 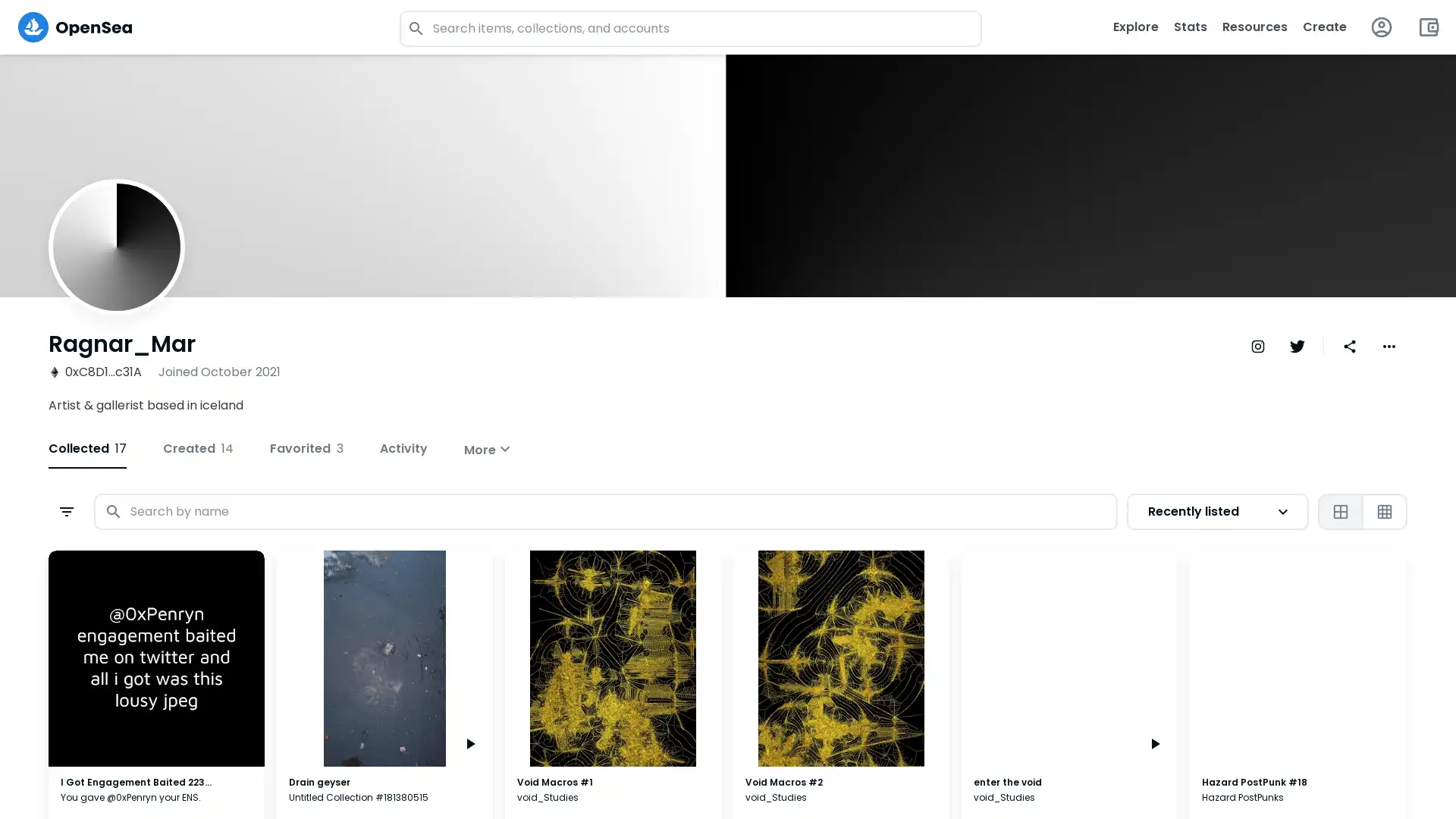 I want to click on Open, so click(x=65, y=511).